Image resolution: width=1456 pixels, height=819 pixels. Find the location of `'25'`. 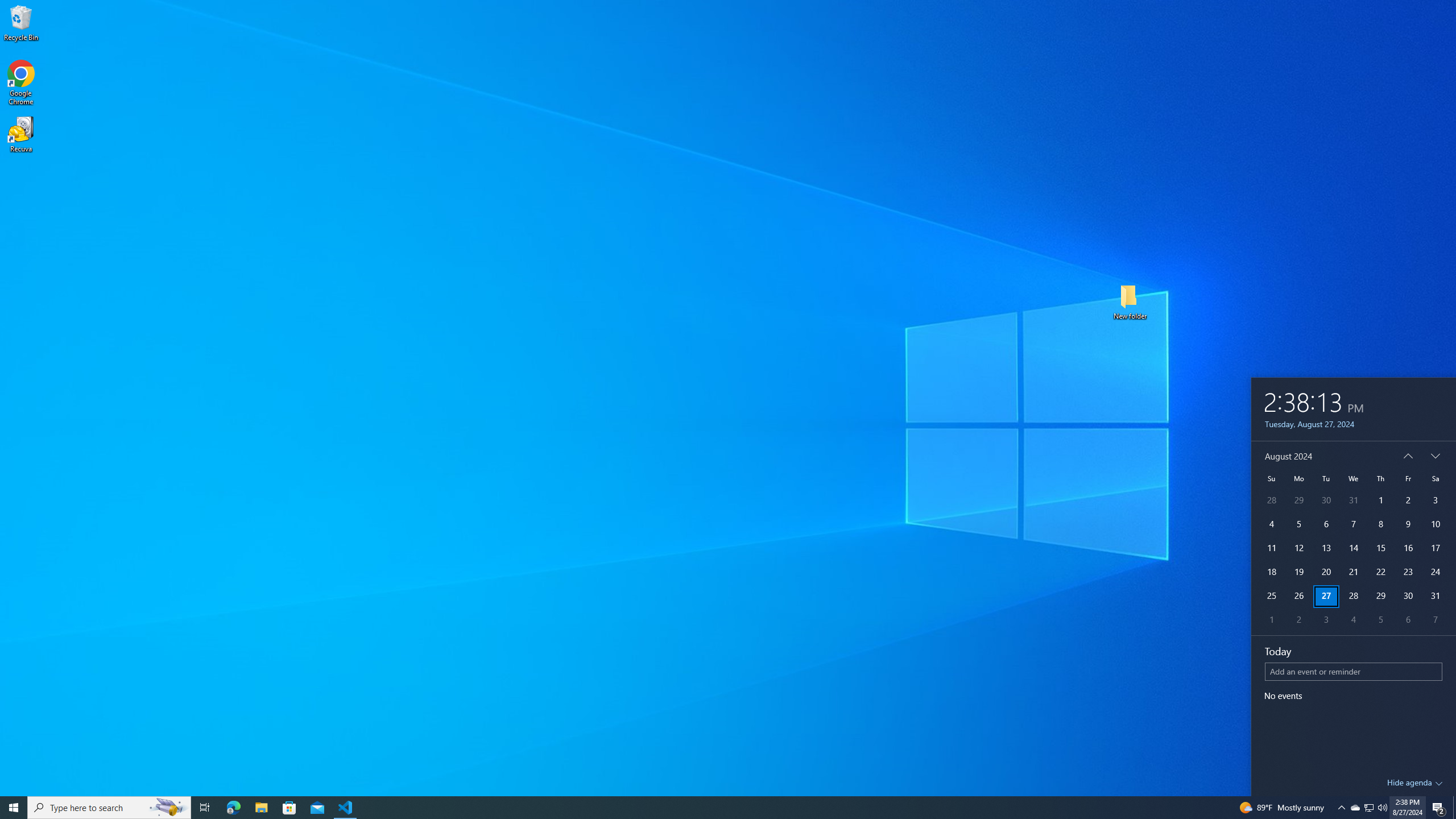

'25' is located at coordinates (1270, 597).